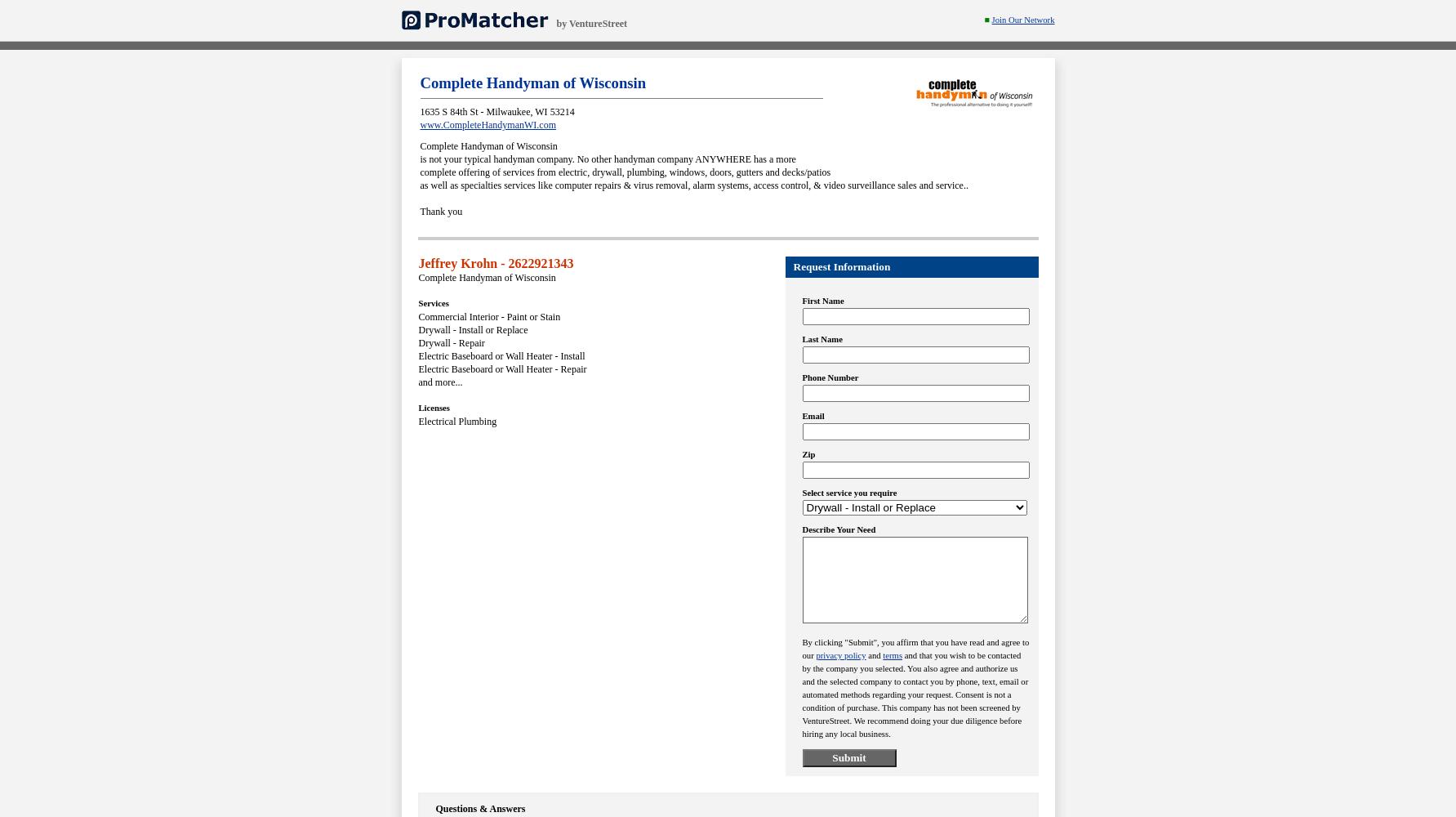 This screenshot has width=1456, height=817. I want to click on 'and that you wish to be contacted by the company you selected. You also agree and authorize us and the selected company to contact you by phone, text, email or automated methods regarding your request. Consent is not a condition of purchase. This company has not been screened by VentureStreet. We recommend doing your due diligence before hiring any local business.', so click(801, 694).